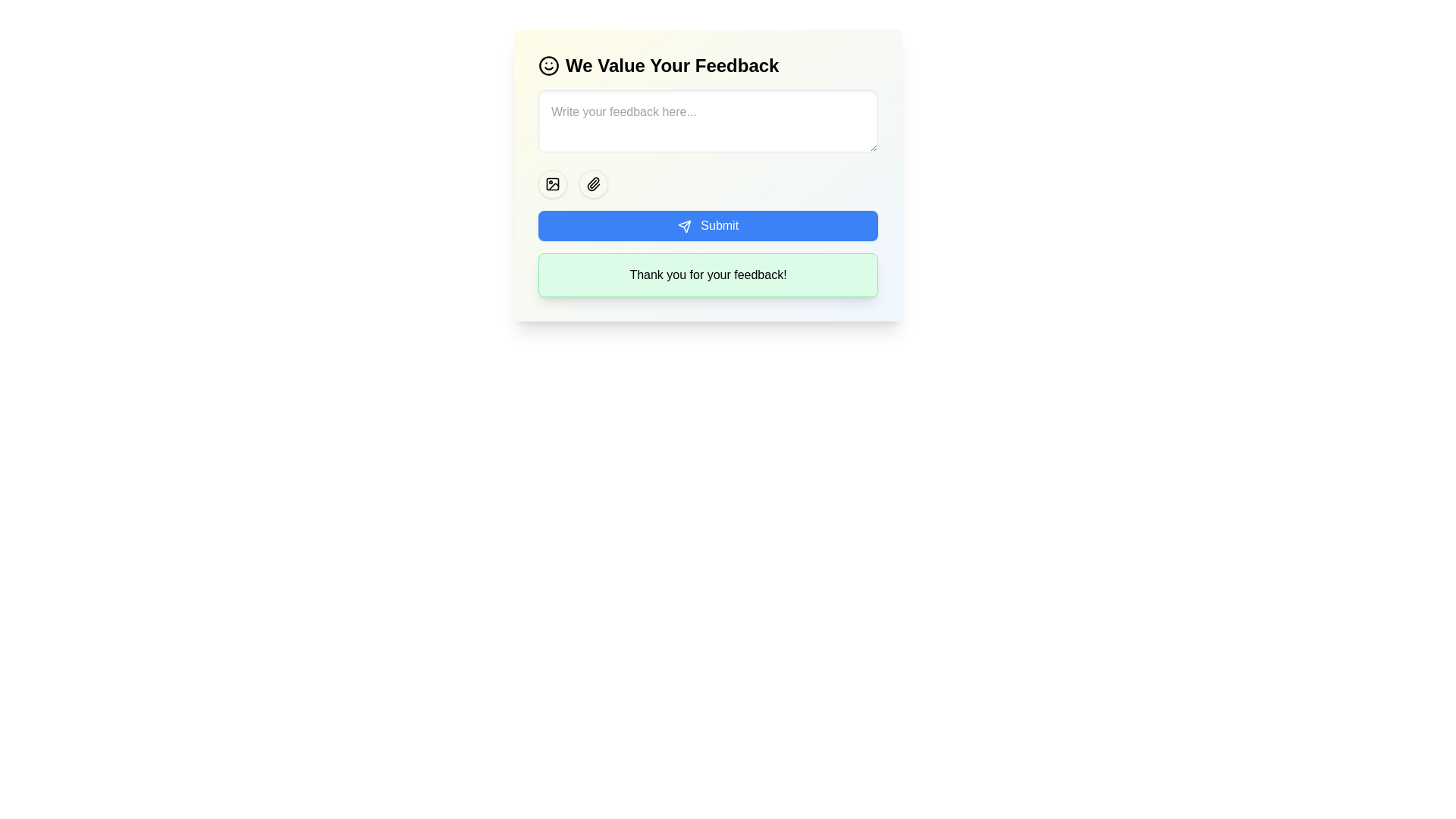  Describe the element at coordinates (708, 184) in the screenshot. I see `the attachment button in the toolbar with action buttons` at that location.